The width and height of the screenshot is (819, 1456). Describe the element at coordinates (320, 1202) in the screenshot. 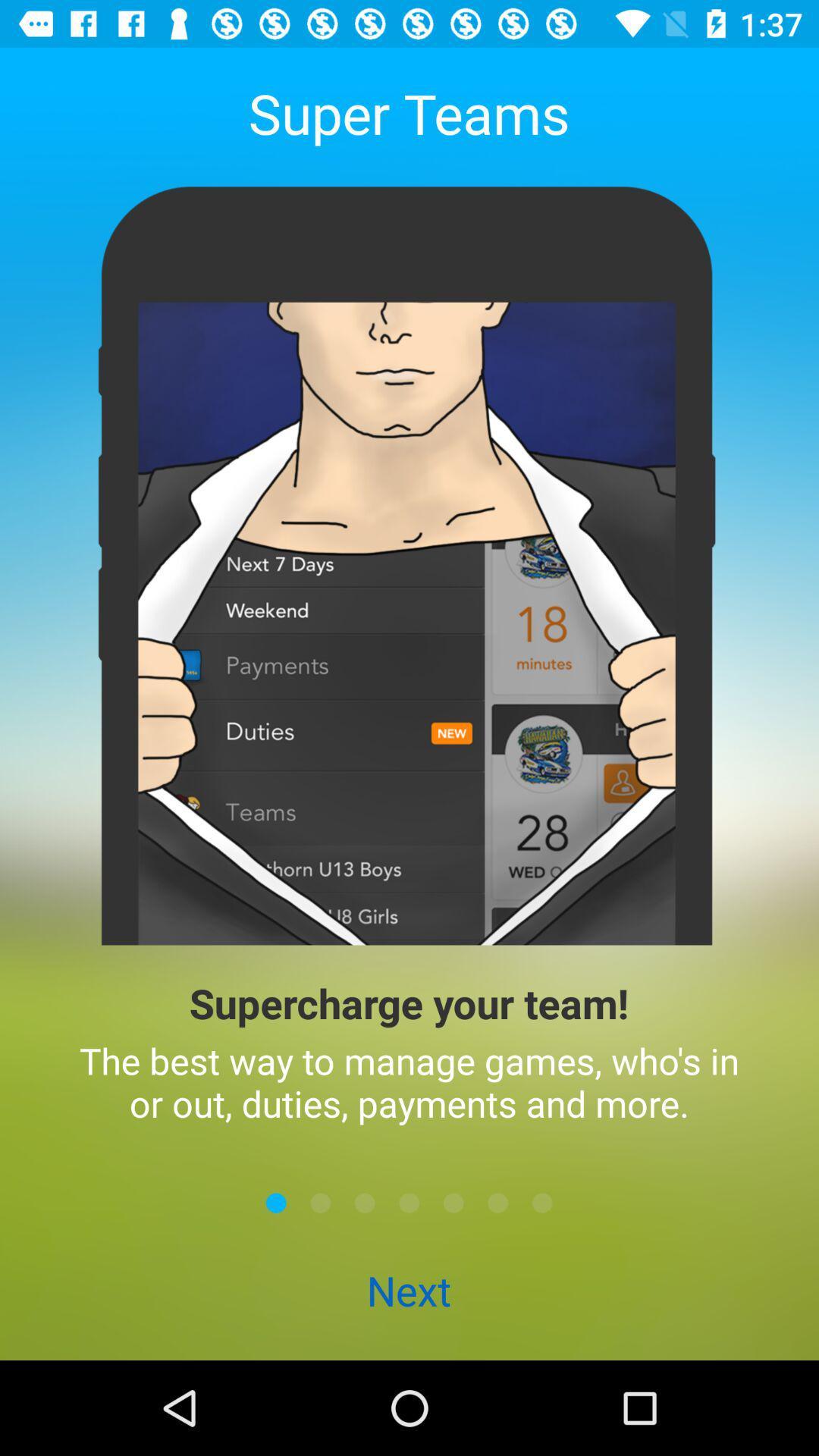

I see `next` at that location.